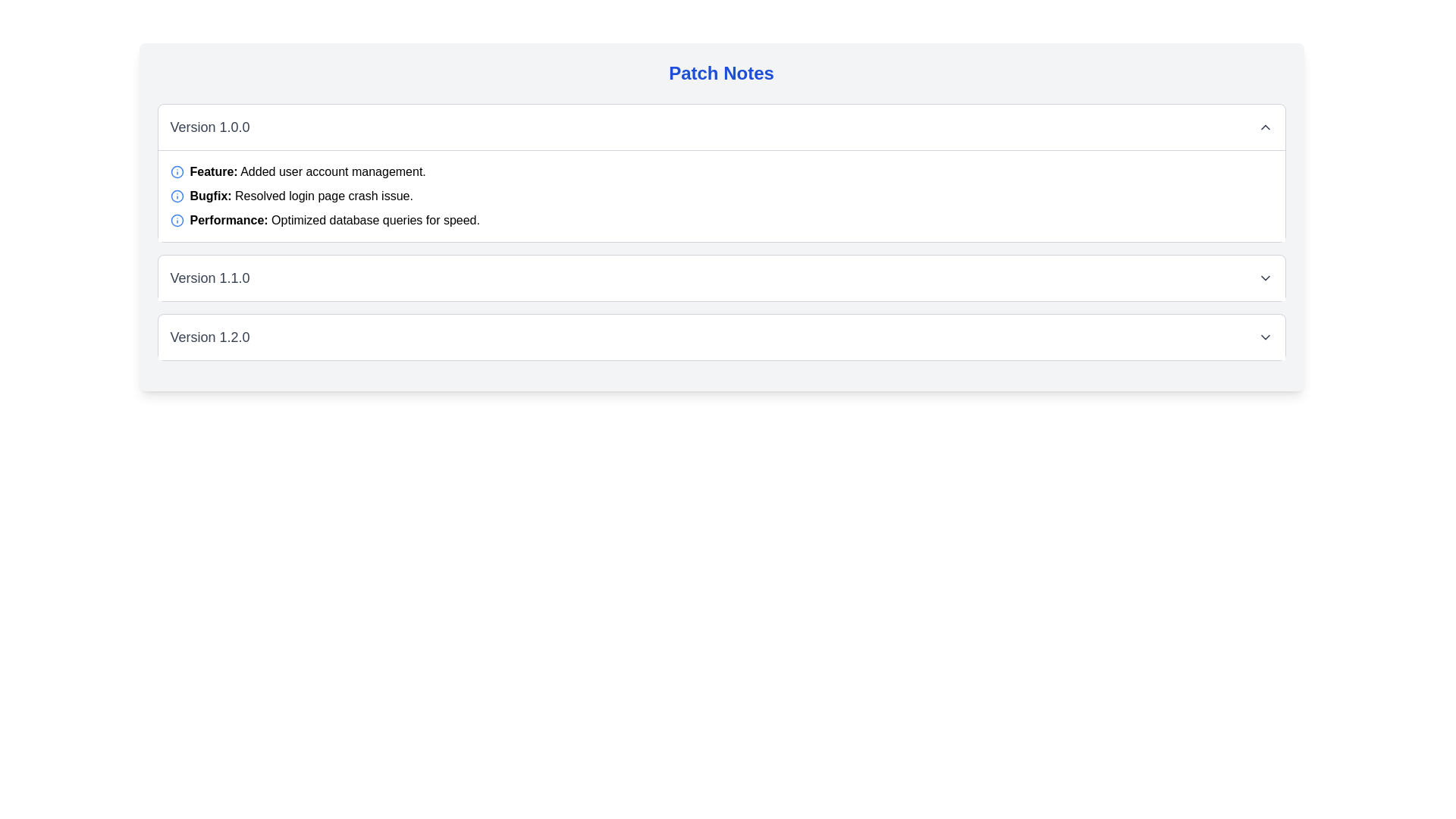 The image size is (1456, 819). What do you see at coordinates (177, 195) in the screenshot?
I see `the graphical icon with a circular shape, which is blue and part of the indicator next to the 'Feature' list item in the 'Version 1.0.0' section` at bounding box center [177, 195].